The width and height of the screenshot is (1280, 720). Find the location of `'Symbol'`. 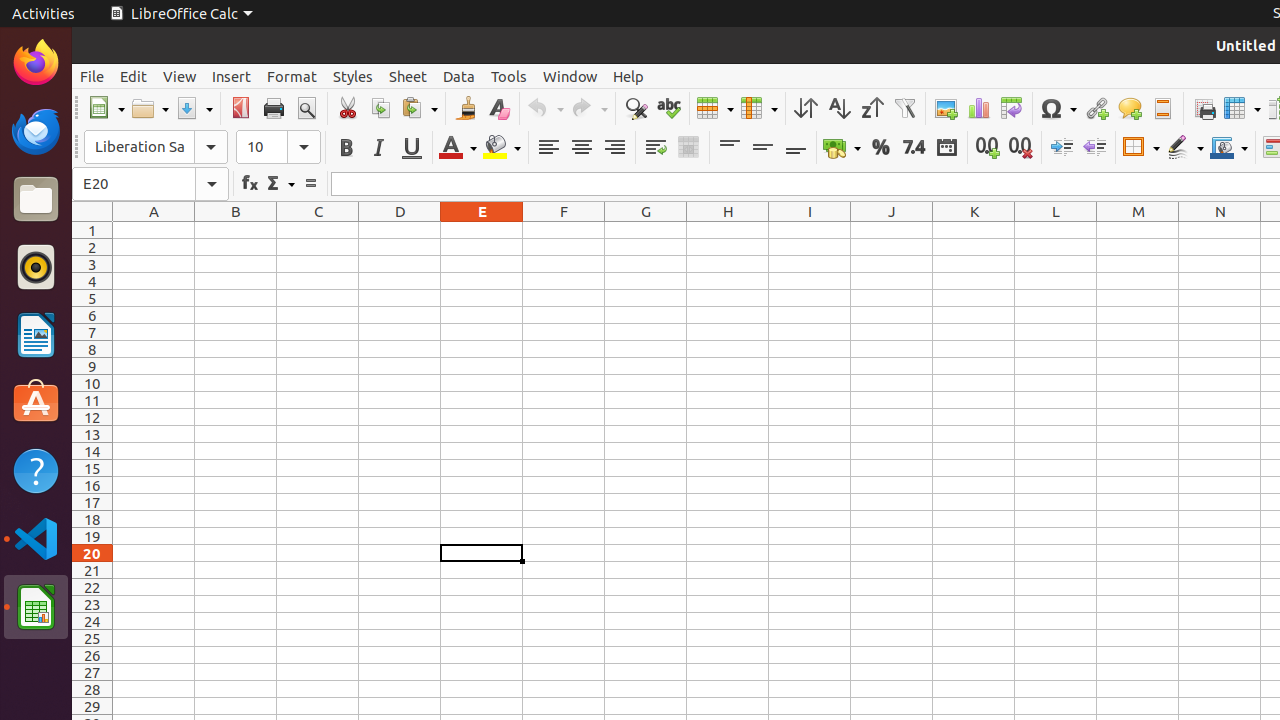

'Symbol' is located at coordinates (1057, 108).